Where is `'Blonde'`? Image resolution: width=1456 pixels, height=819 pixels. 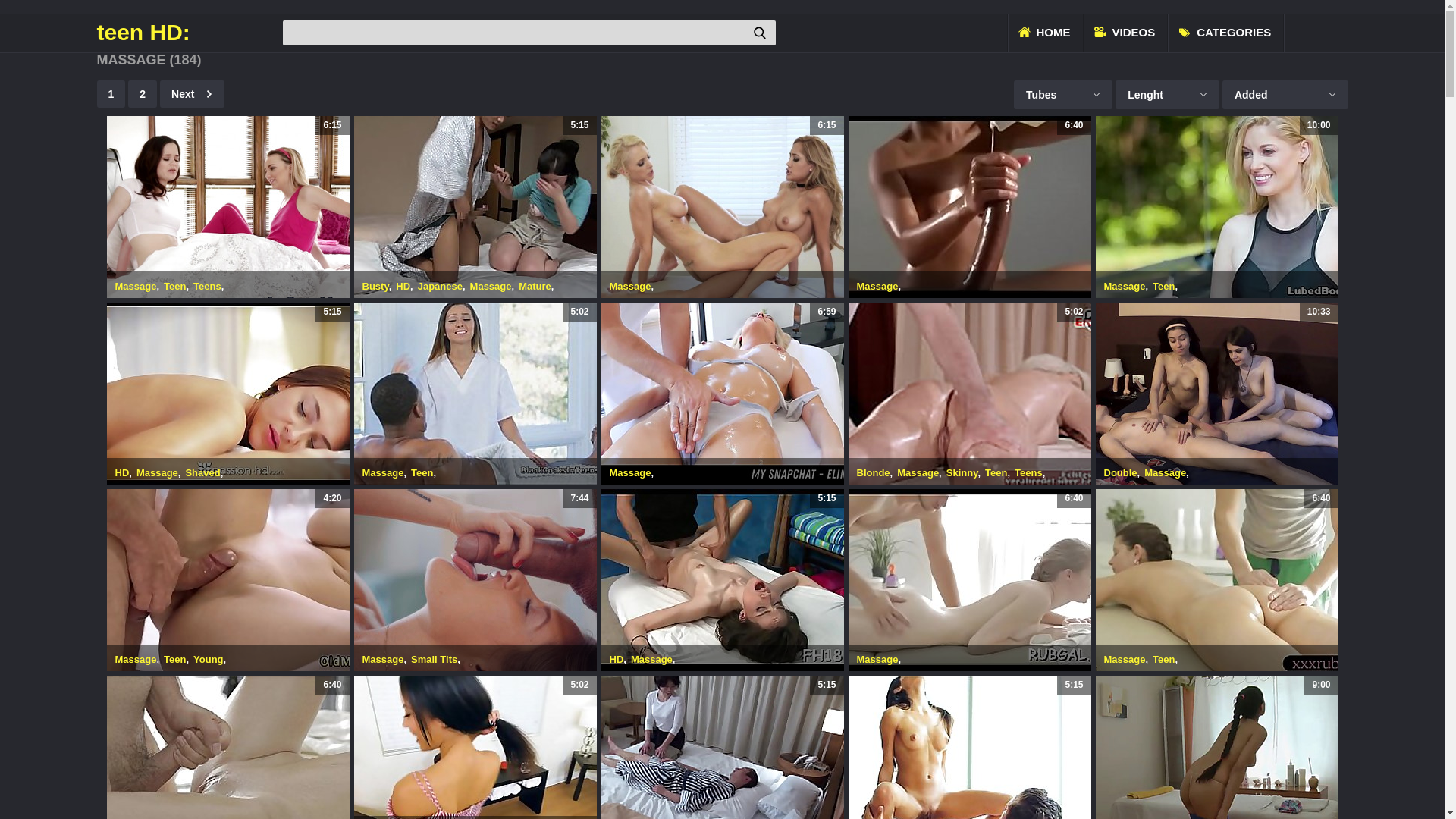
'Blonde' is located at coordinates (874, 472).